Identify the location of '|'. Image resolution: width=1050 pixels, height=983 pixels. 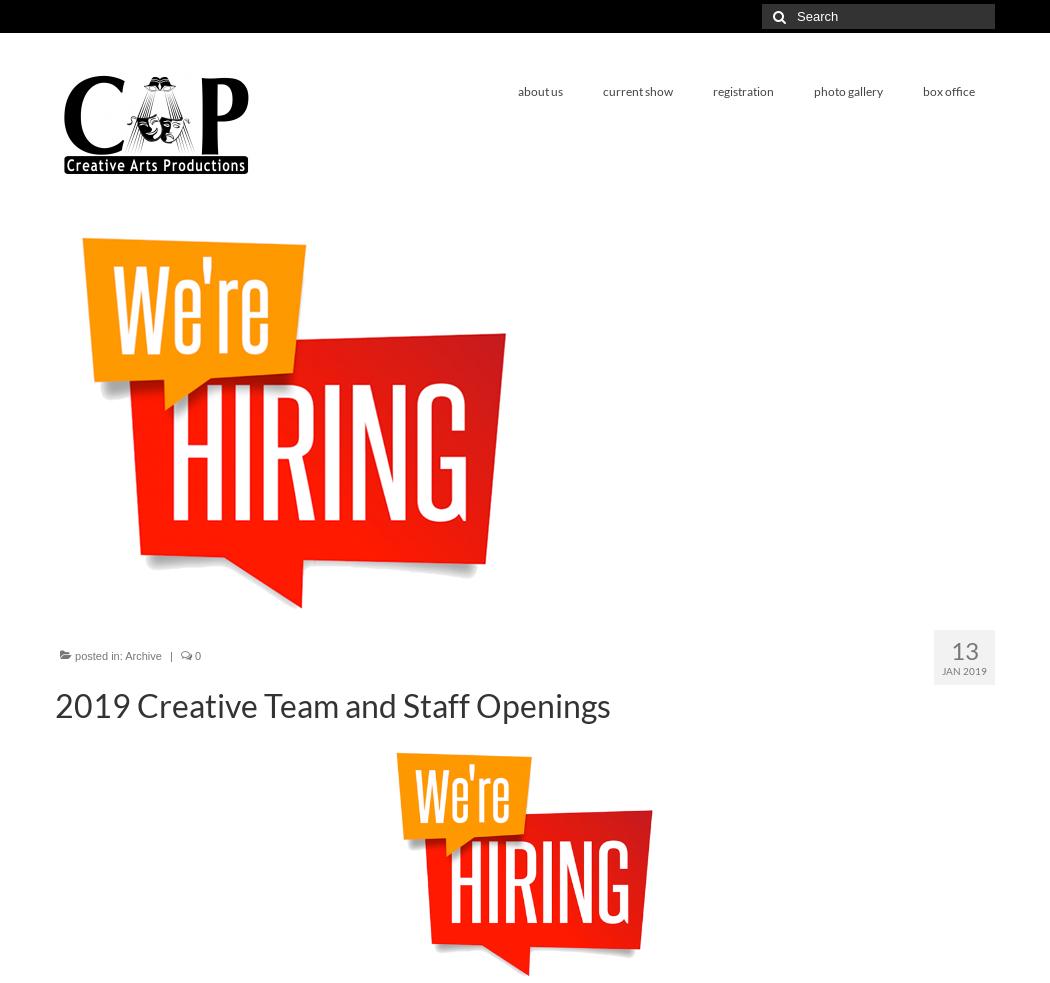
(170, 655).